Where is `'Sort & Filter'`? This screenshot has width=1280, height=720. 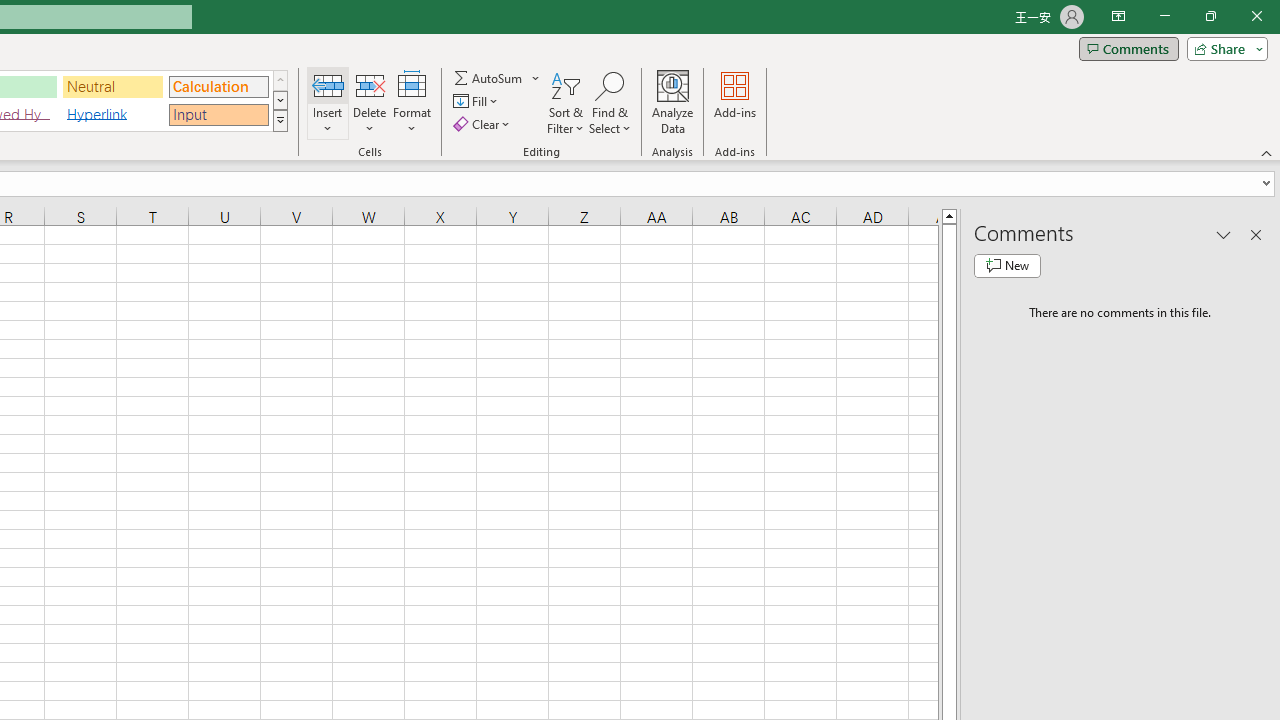 'Sort & Filter' is located at coordinates (565, 103).